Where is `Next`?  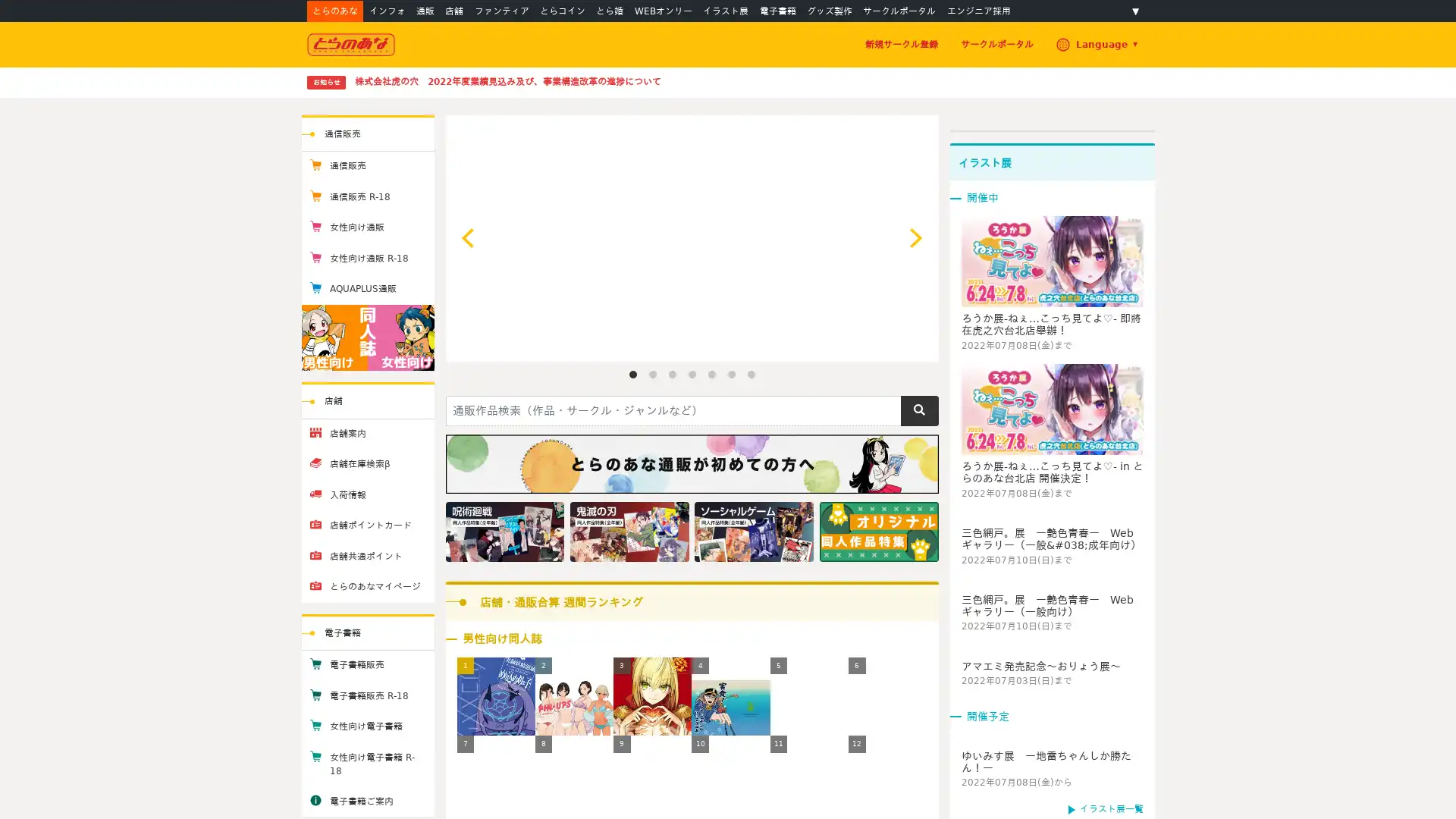 Next is located at coordinates (912, 237).